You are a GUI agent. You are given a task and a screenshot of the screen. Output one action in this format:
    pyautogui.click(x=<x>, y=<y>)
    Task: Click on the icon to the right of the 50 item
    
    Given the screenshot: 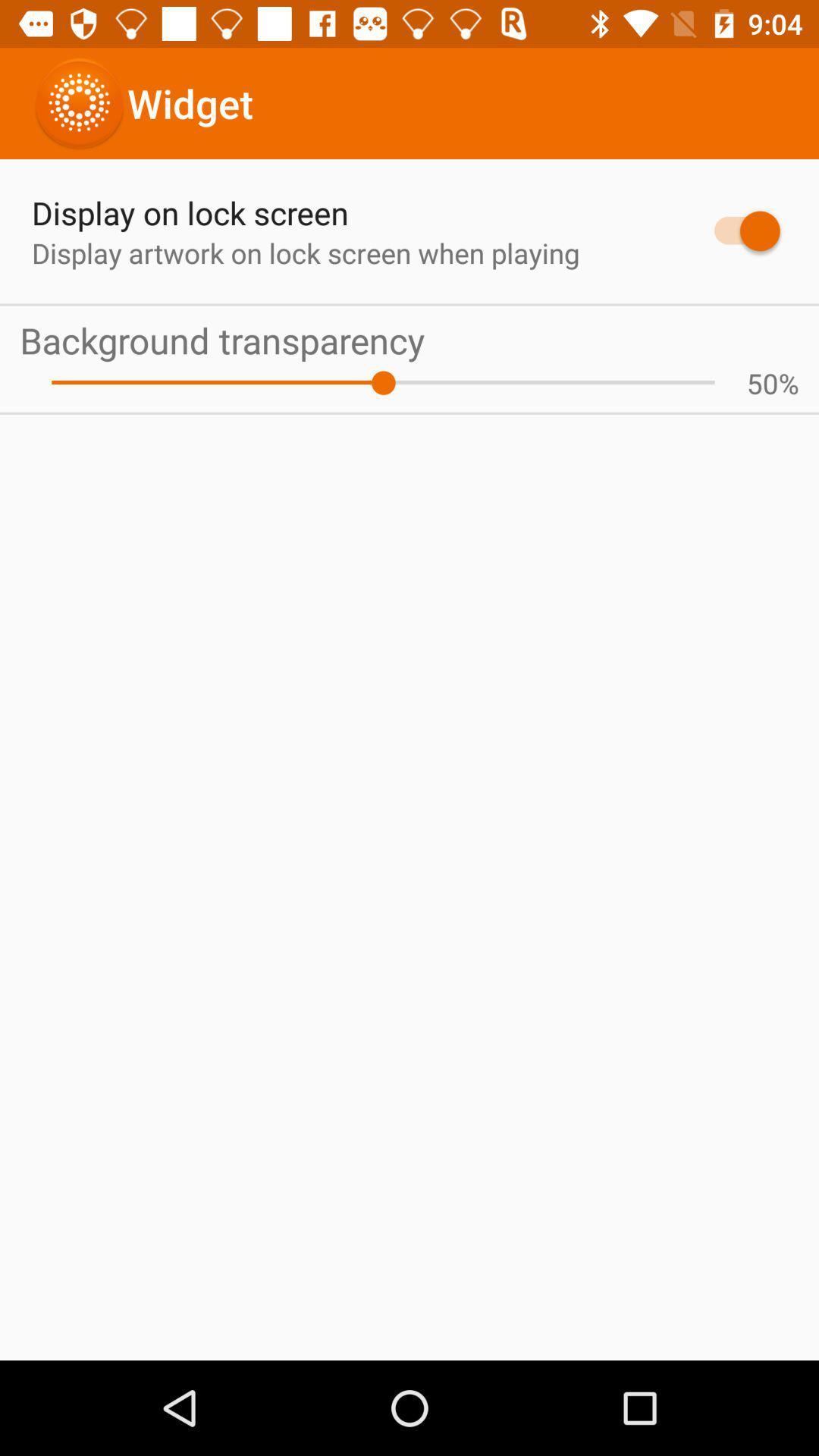 What is the action you would take?
    pyautogui.click(x=788, y=383)
    